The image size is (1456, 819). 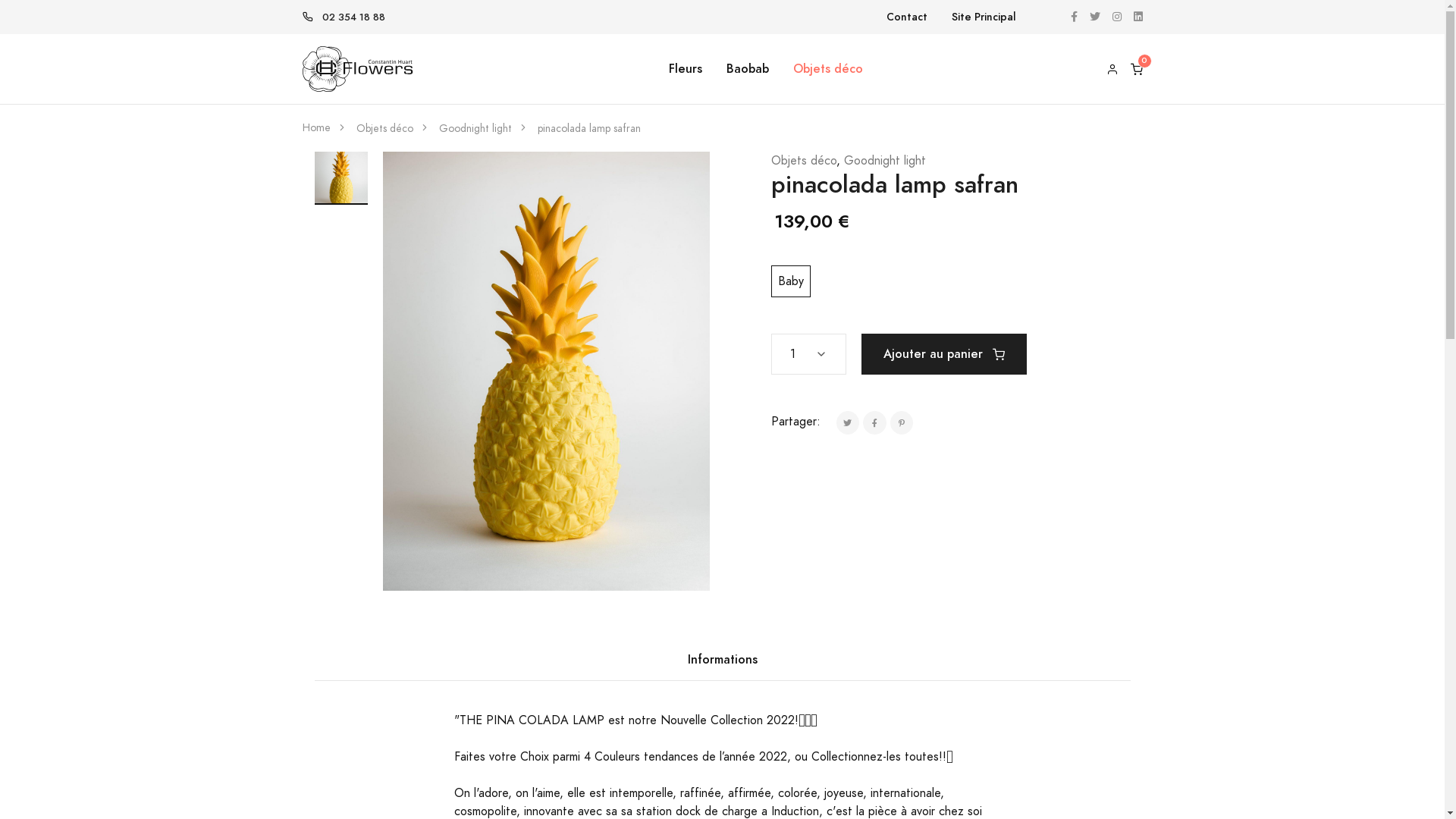 What do you see at coordinates (983, 17) in the screenshot?
I see `'Site Principal'` at bounding box center [983, 17].